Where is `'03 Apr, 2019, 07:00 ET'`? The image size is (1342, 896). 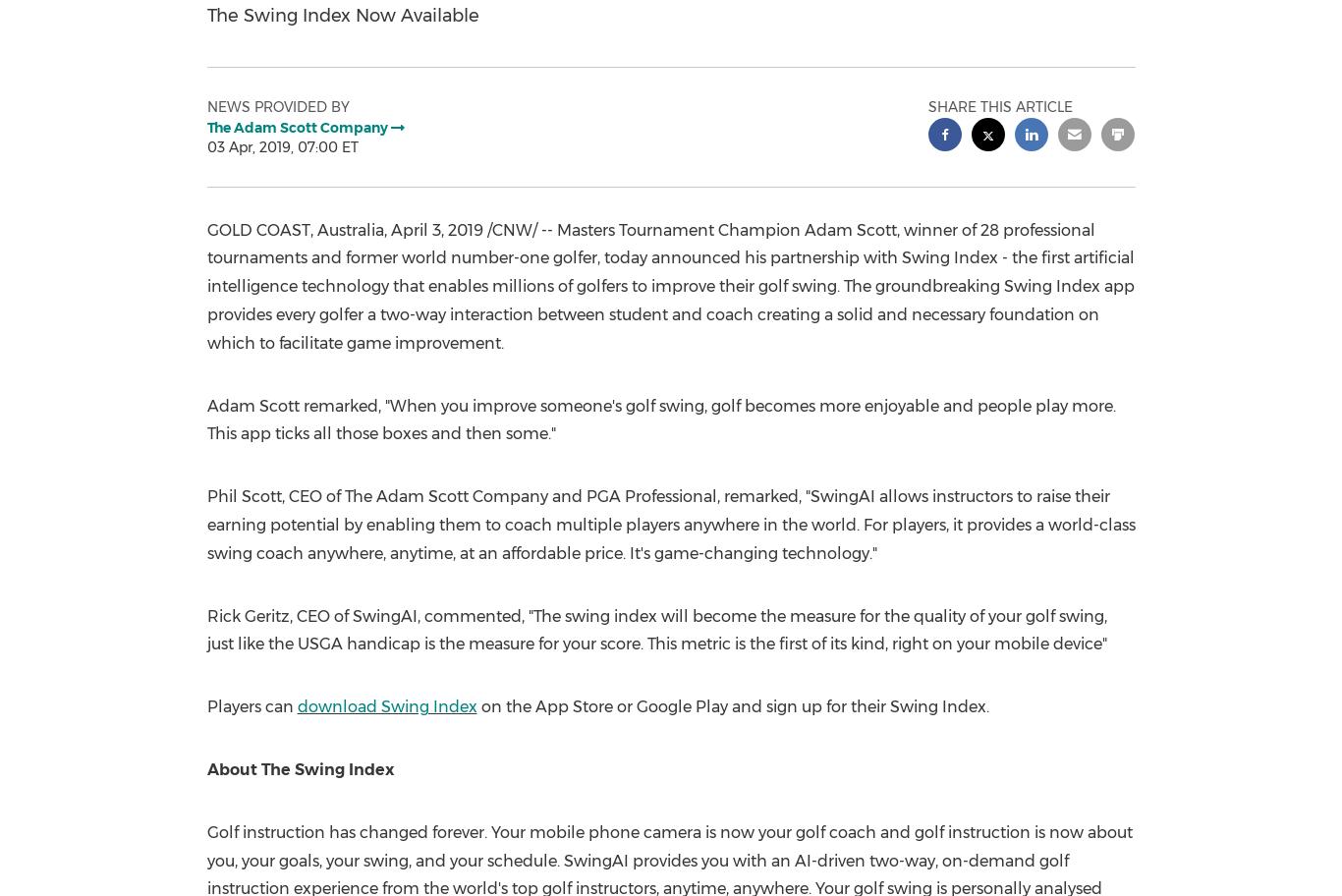
'03 Apr, 2019, 07:00 ET' is located at coordinates (281, 145).